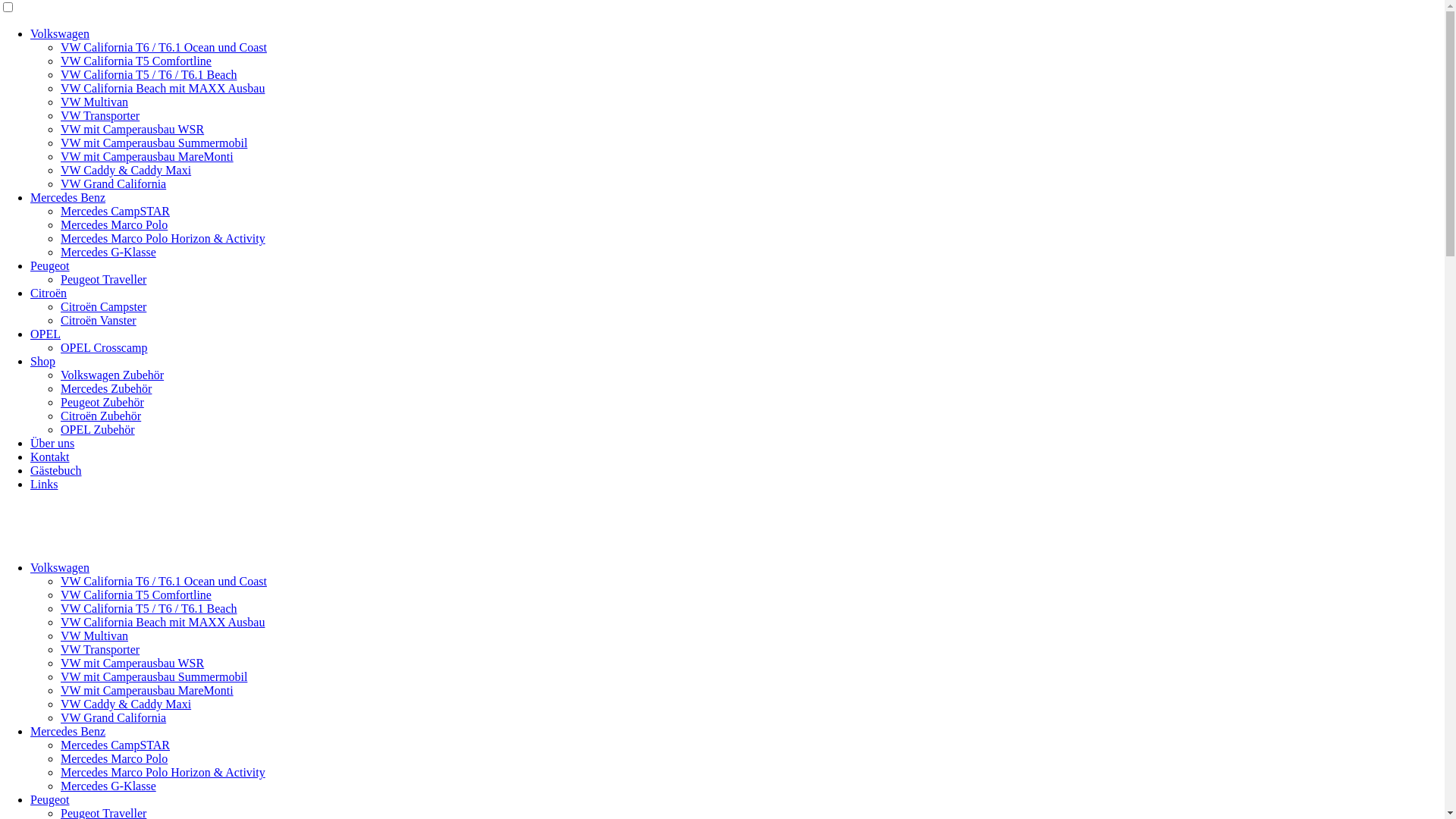 The image size is (1456, 819). What do you see at coordinates (50, 456) in the screenshot?
I see `'Kontakt'` at bounding box center [50, 456].